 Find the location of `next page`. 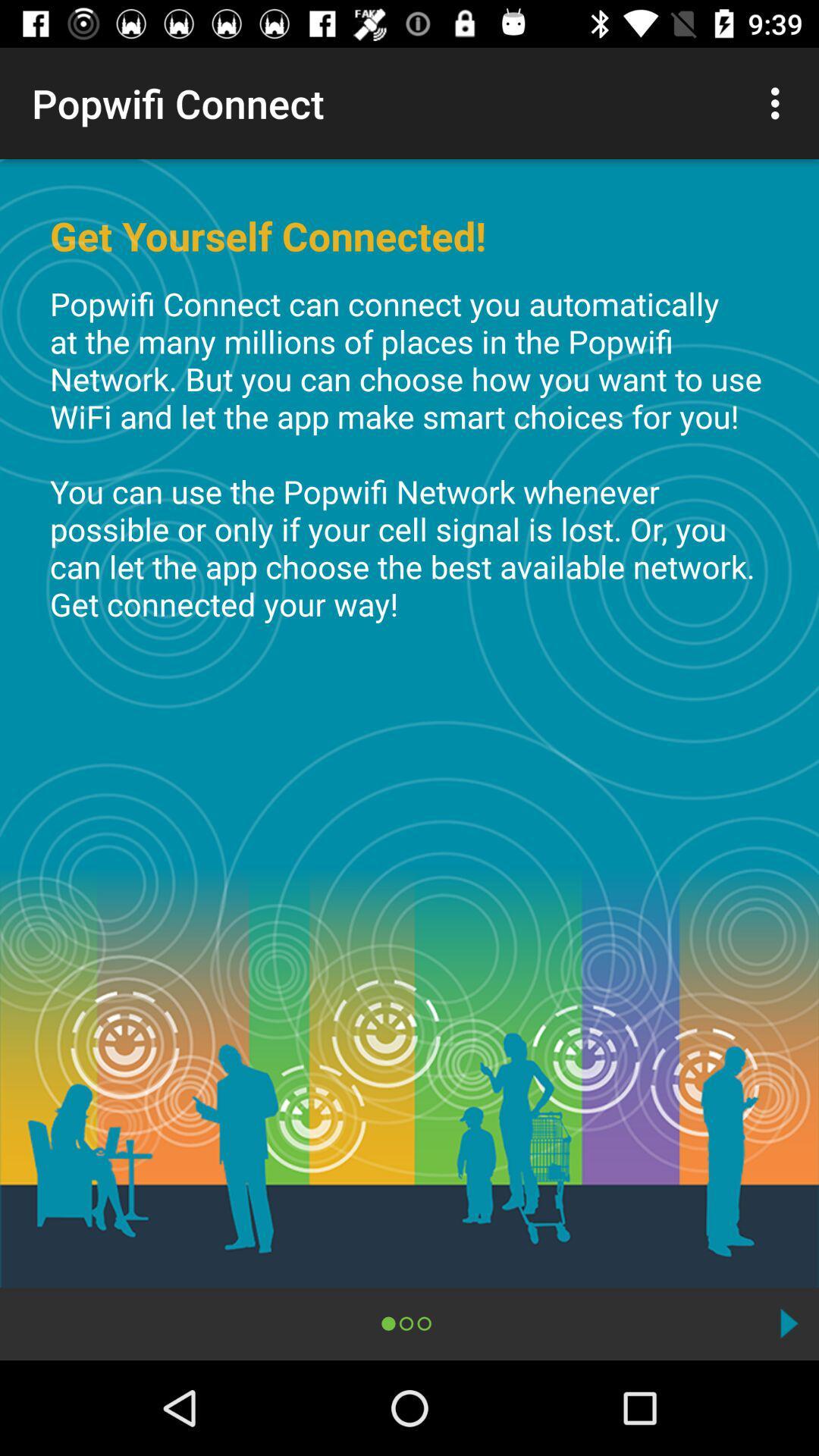

next page is located at coordinates (788, 1323).